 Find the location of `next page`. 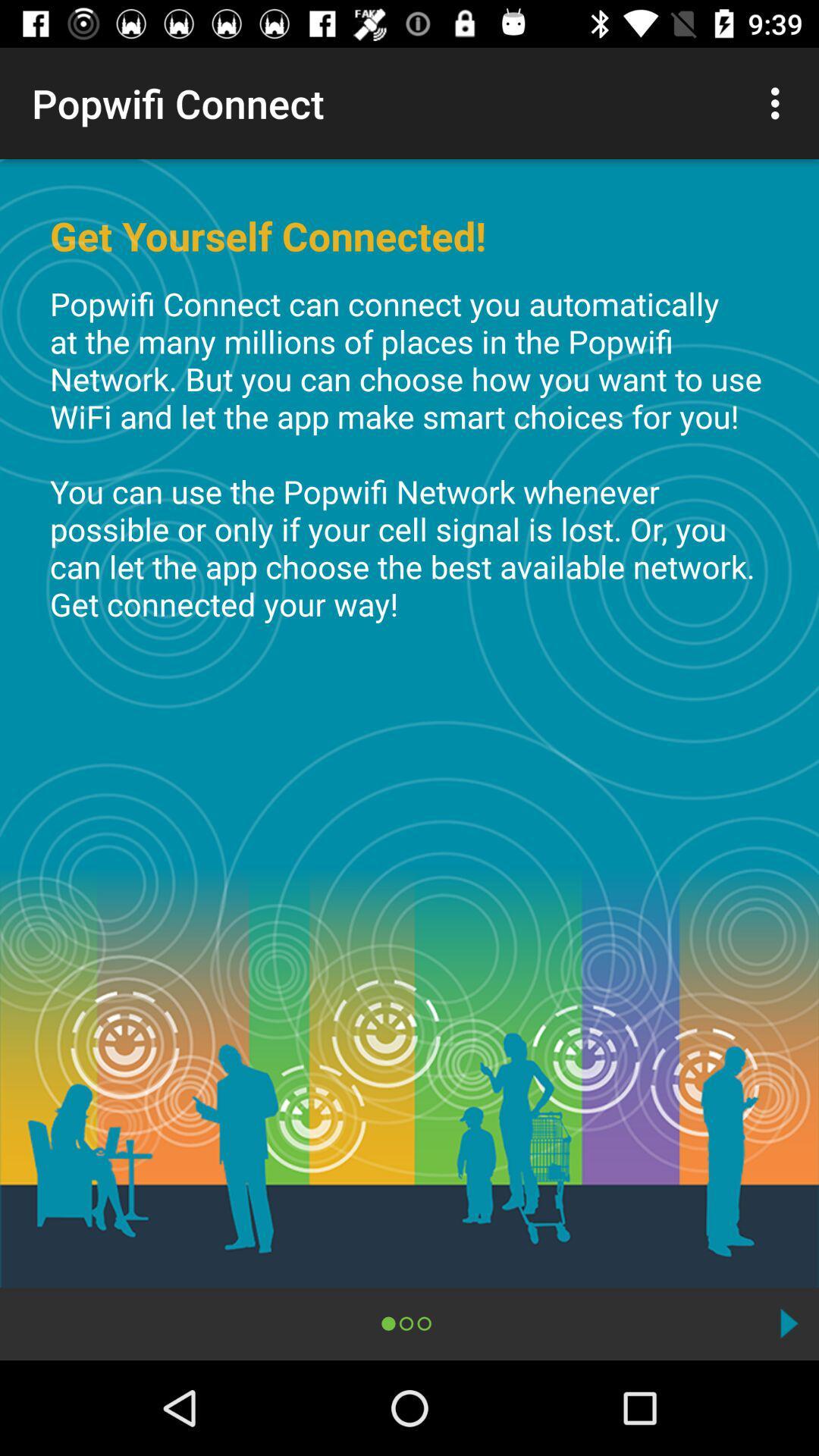

next page is located at coordinates (788, 1323).